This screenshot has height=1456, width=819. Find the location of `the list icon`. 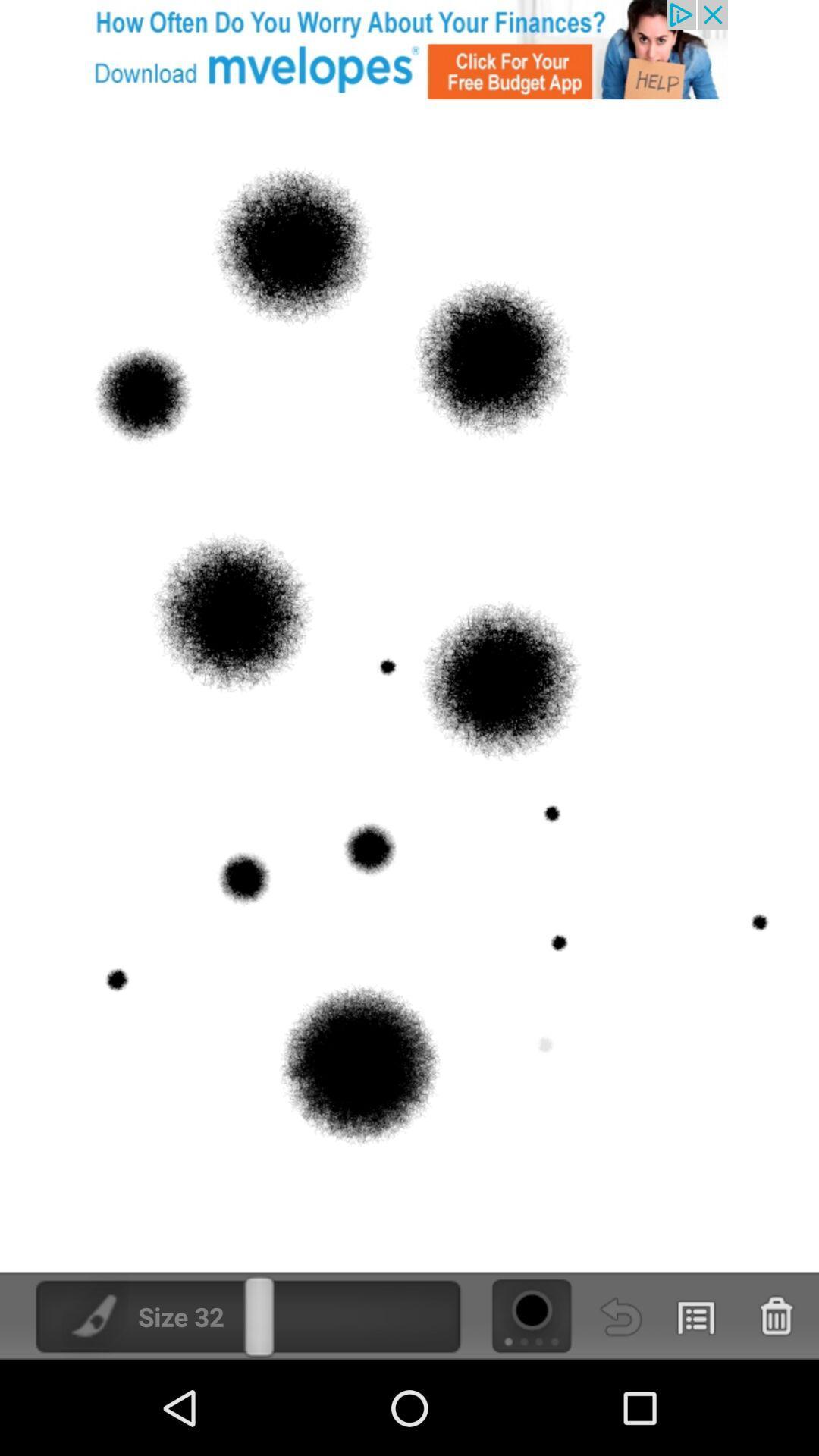

the list icon is located at coordinates (695, 1408).